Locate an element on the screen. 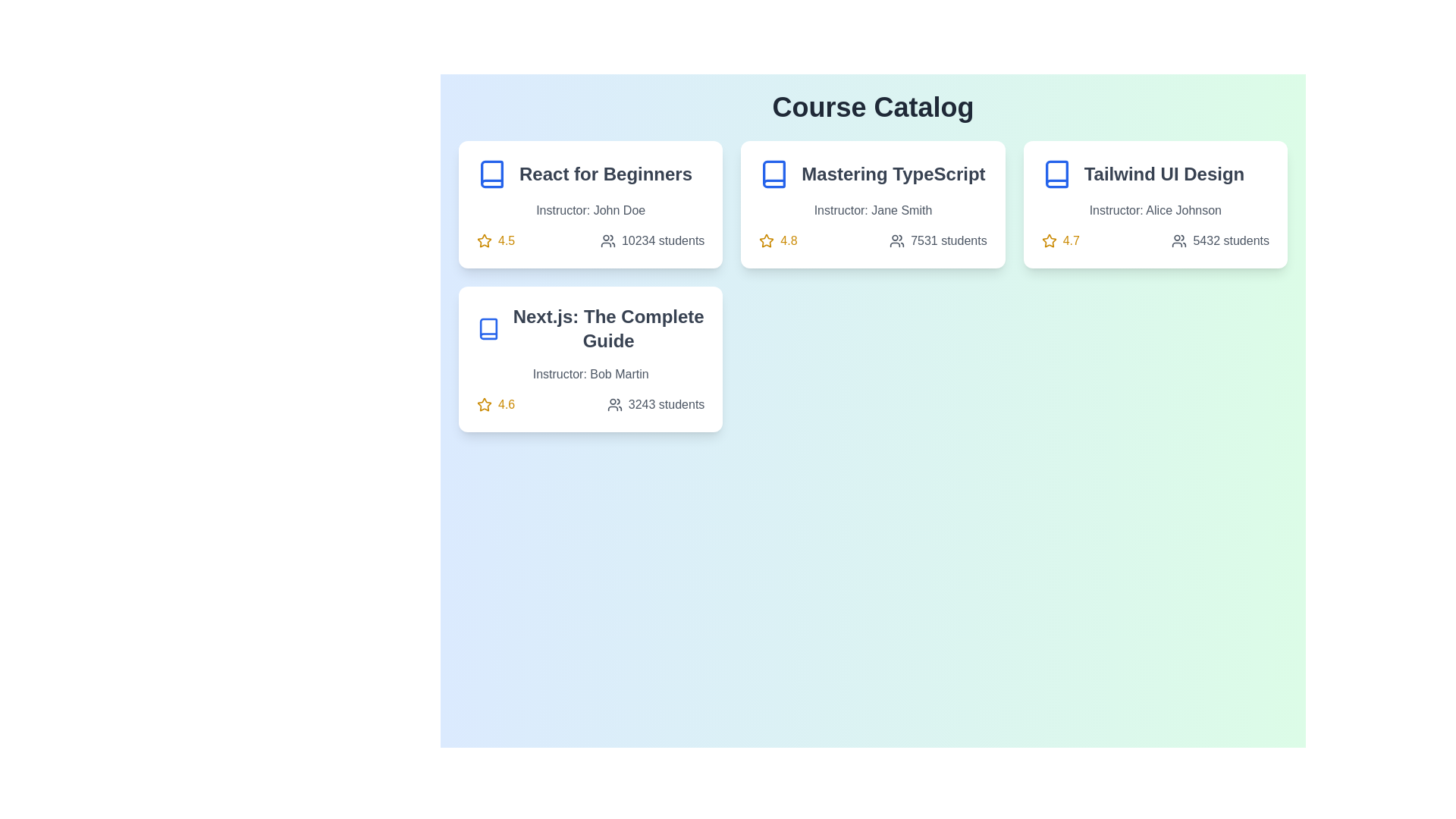 This screenshot has width=1456, height=819. text displaying the number of students enrolled in the 'Next.js: The Complete Guide' course, located beside the user icon and below the course rating information is located at coordinates (666, 403).